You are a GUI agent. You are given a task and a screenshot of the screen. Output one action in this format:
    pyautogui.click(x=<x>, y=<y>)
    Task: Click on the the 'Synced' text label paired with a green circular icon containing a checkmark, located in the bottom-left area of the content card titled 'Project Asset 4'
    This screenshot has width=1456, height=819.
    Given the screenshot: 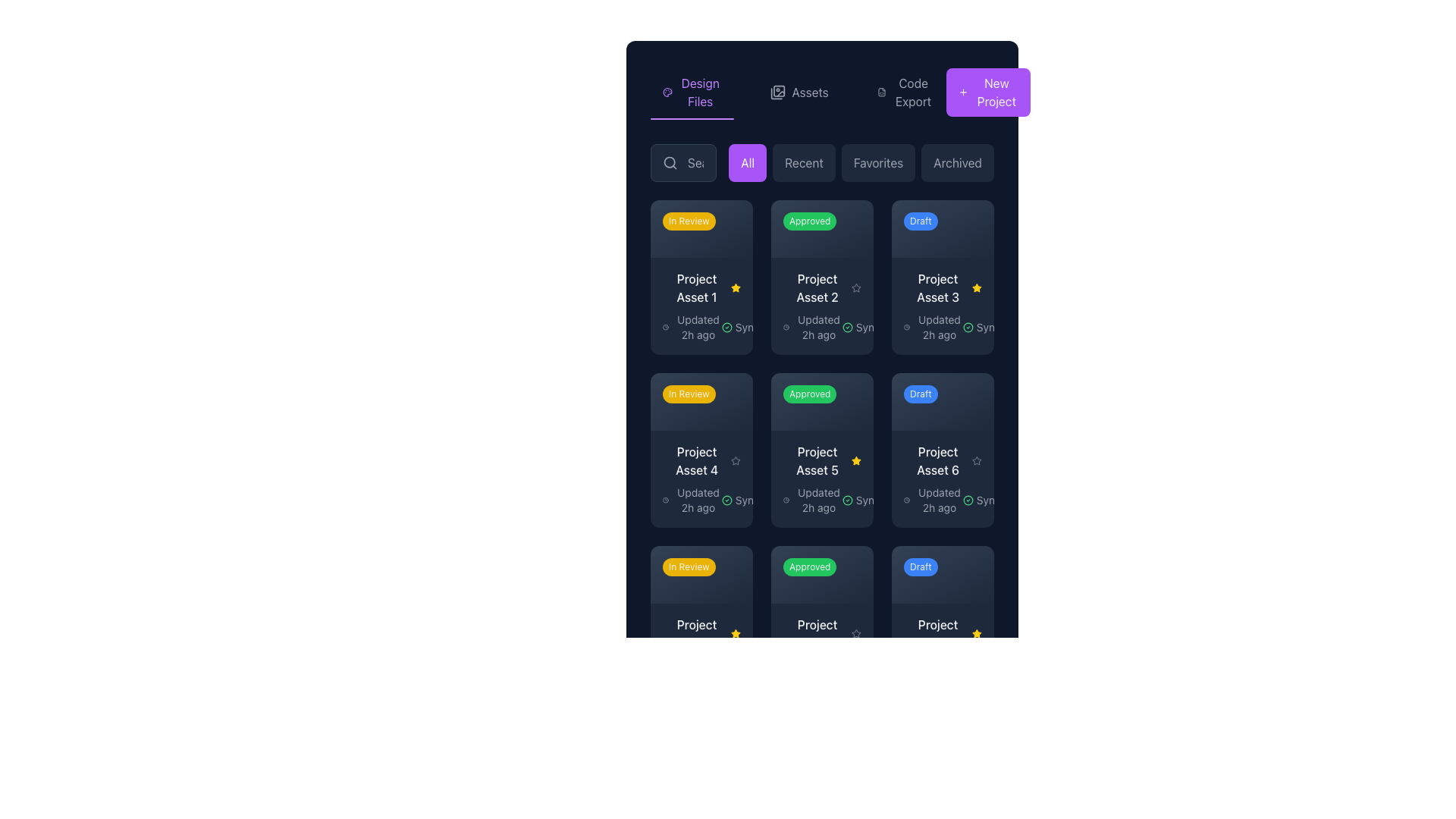 What is the action you would take?
    pyautogui.click(x=746, y=500)
    